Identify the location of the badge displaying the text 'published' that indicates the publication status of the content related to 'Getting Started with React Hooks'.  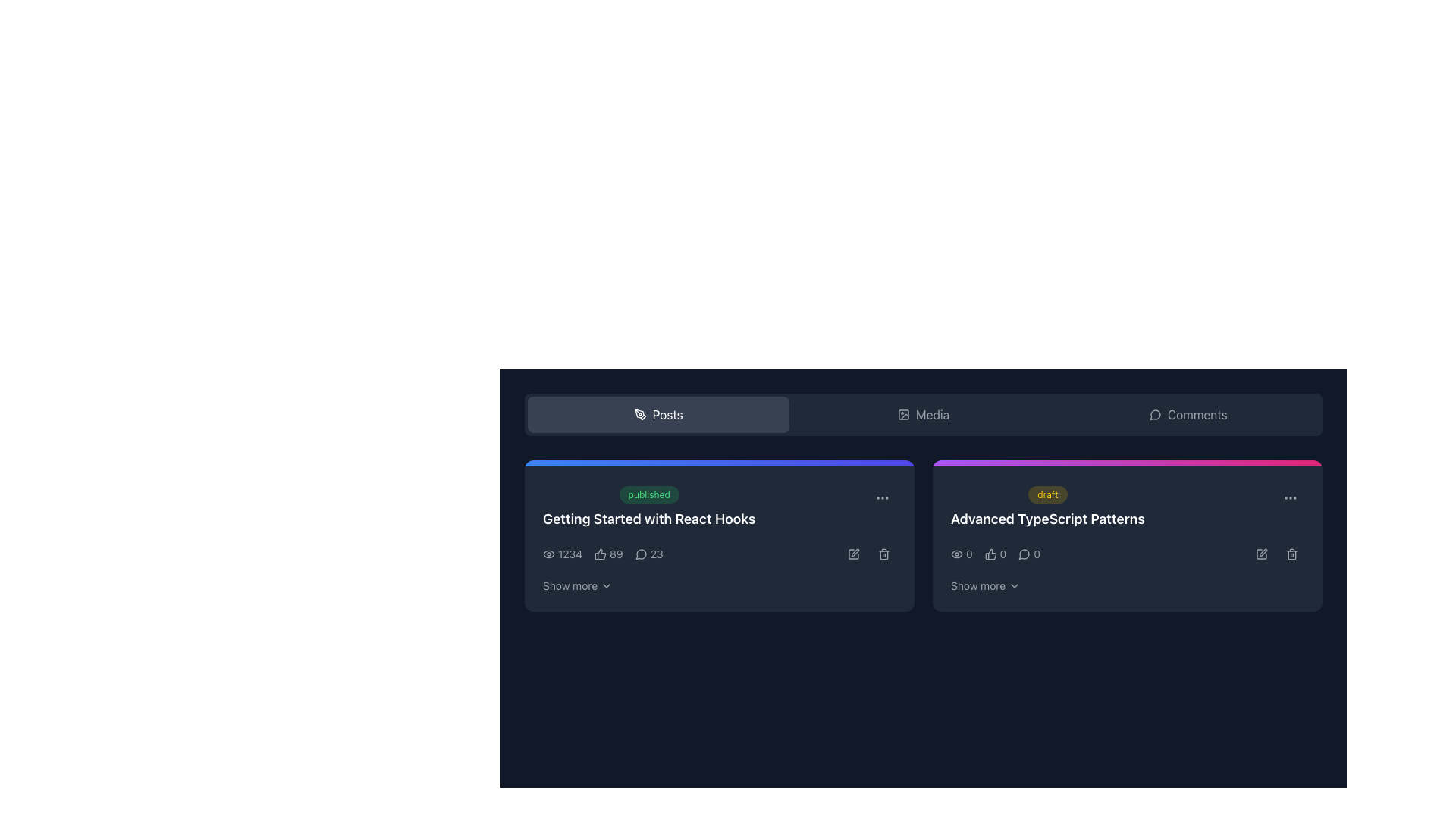
(649, 494).